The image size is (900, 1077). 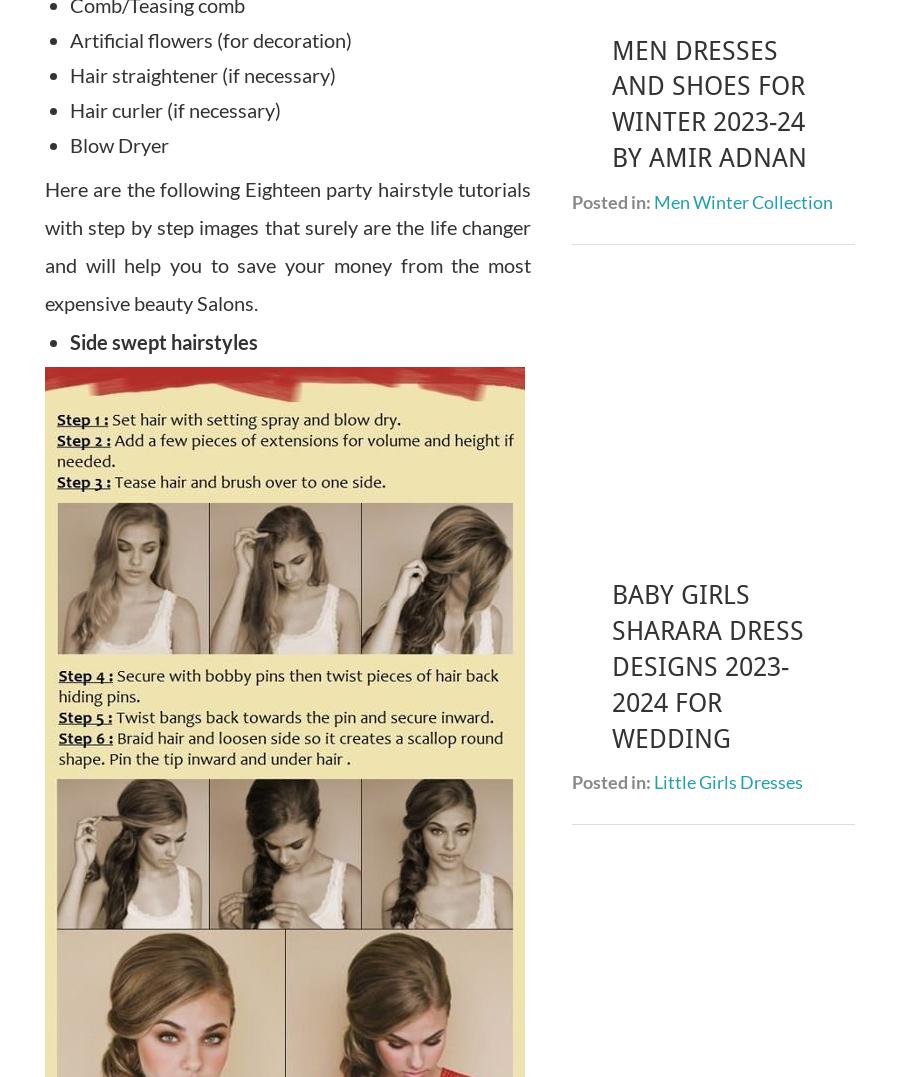 I want to click on 'Hair straightener (if necessary)', so click(x=69, y=74).